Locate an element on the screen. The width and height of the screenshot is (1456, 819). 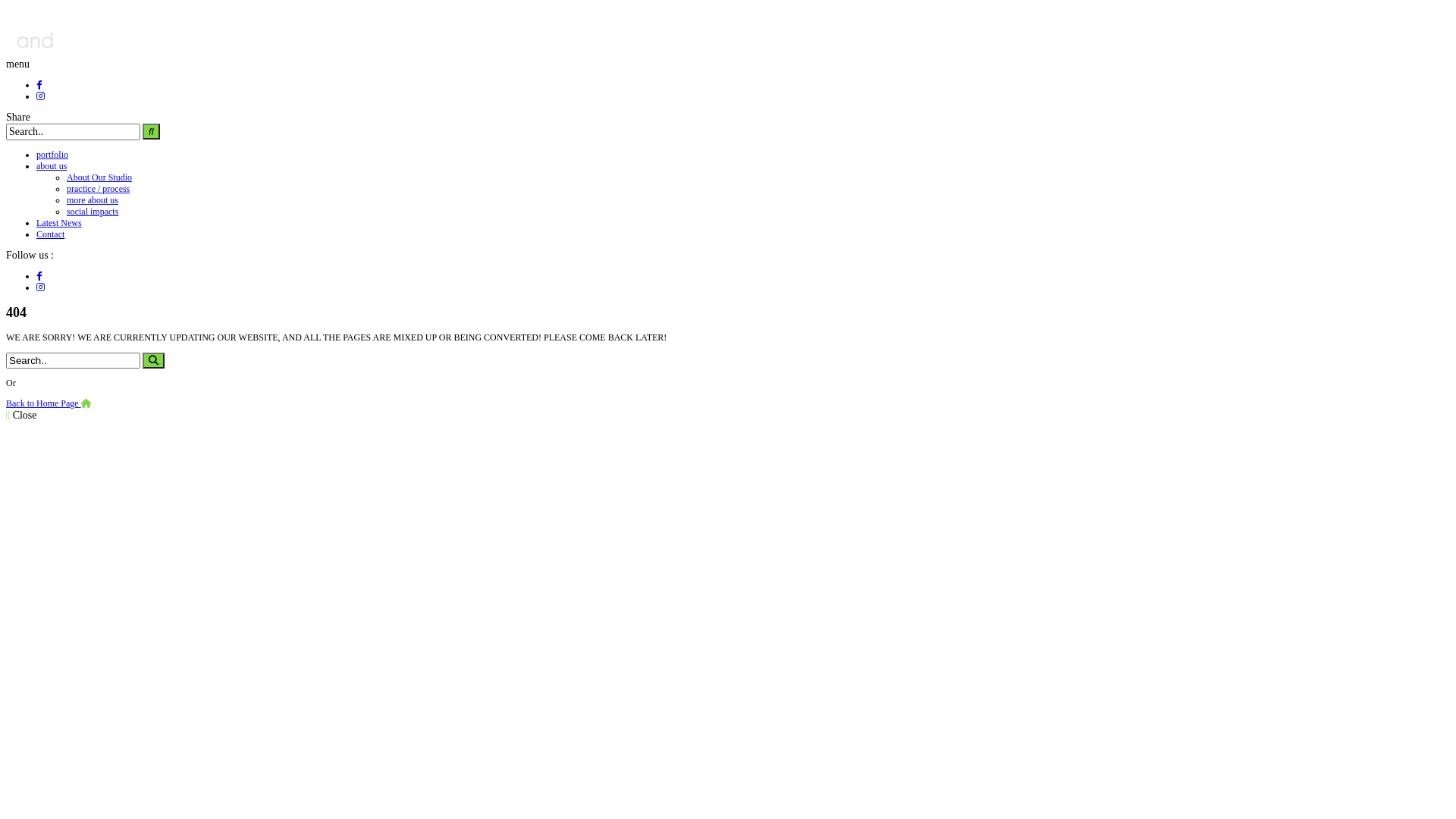
'Latest News' is located at coordinates (58, 222).